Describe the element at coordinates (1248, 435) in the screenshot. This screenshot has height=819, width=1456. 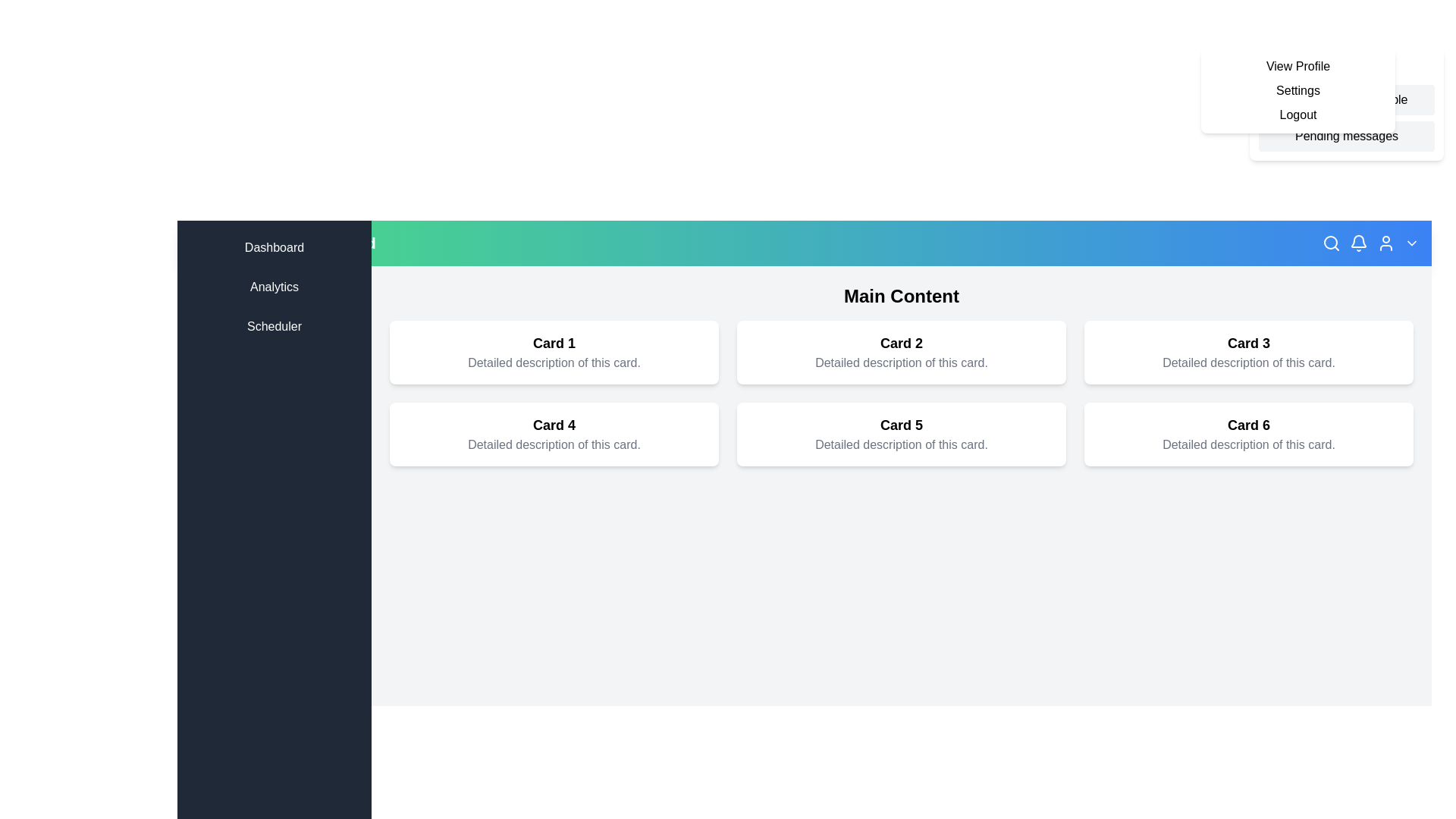
I see `the last card in the grid layout, which displays content with a title and description, located in the second row and third column` at that location.